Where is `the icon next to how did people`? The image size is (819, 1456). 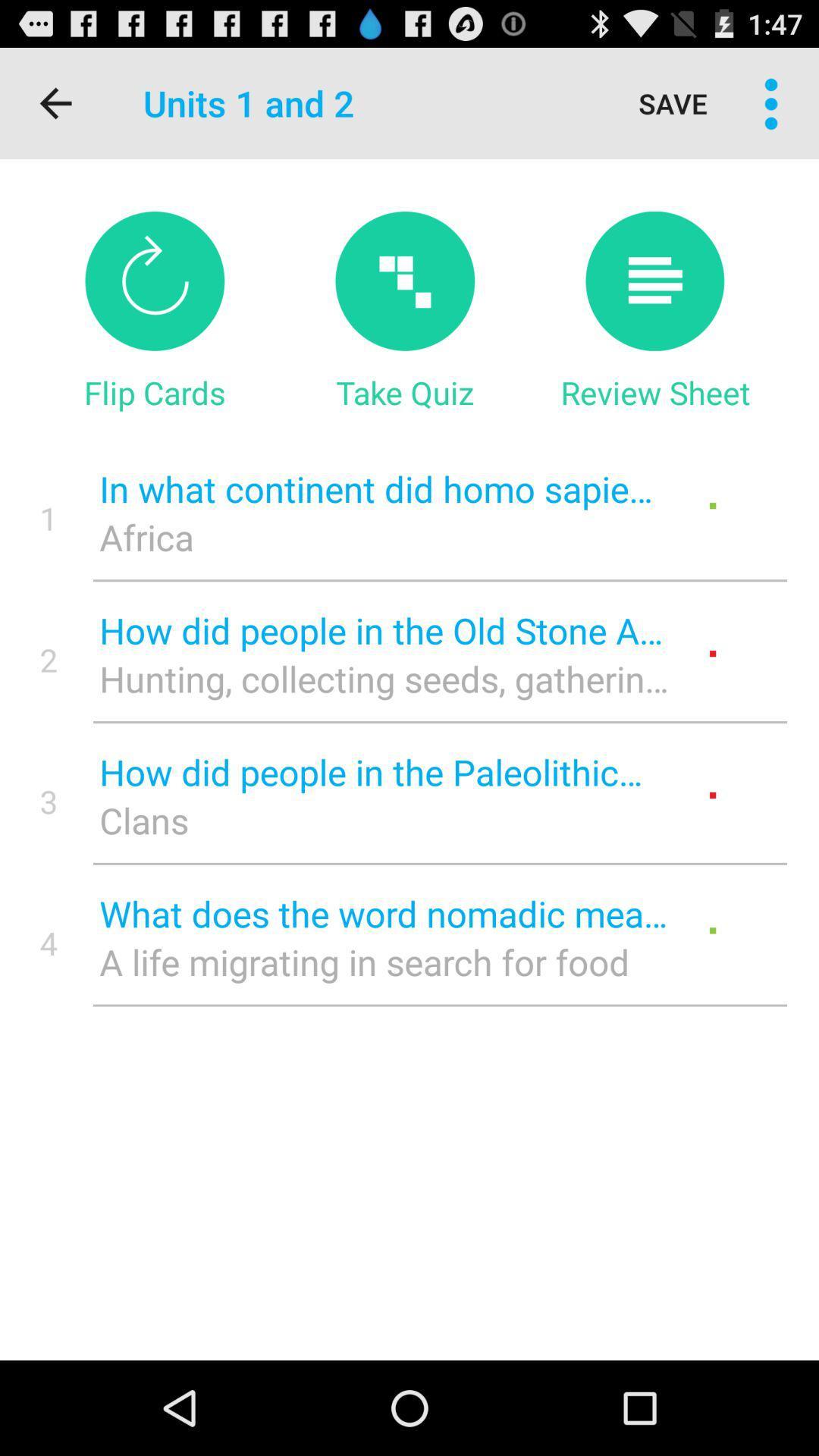
the icon next to how did people is located at coordinates (48, 800).